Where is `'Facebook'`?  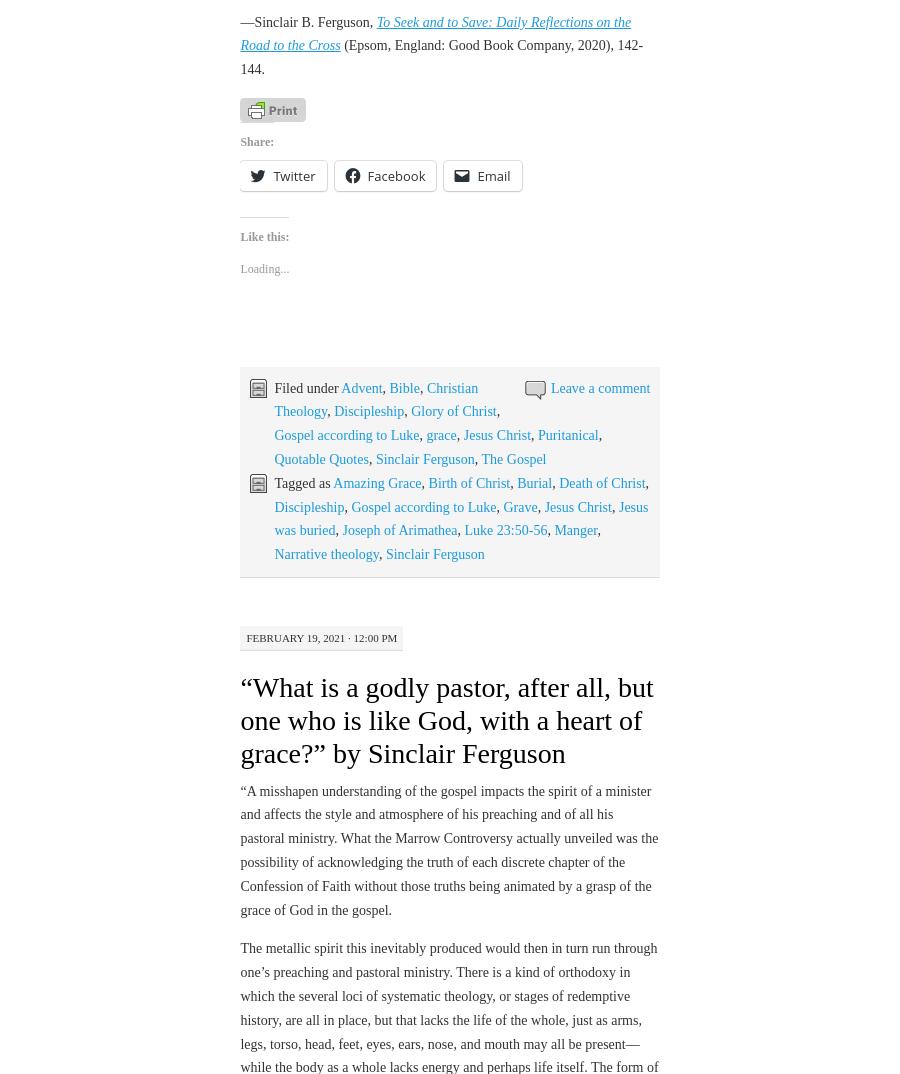
'Facebook' is located at coordinates (396, 176).